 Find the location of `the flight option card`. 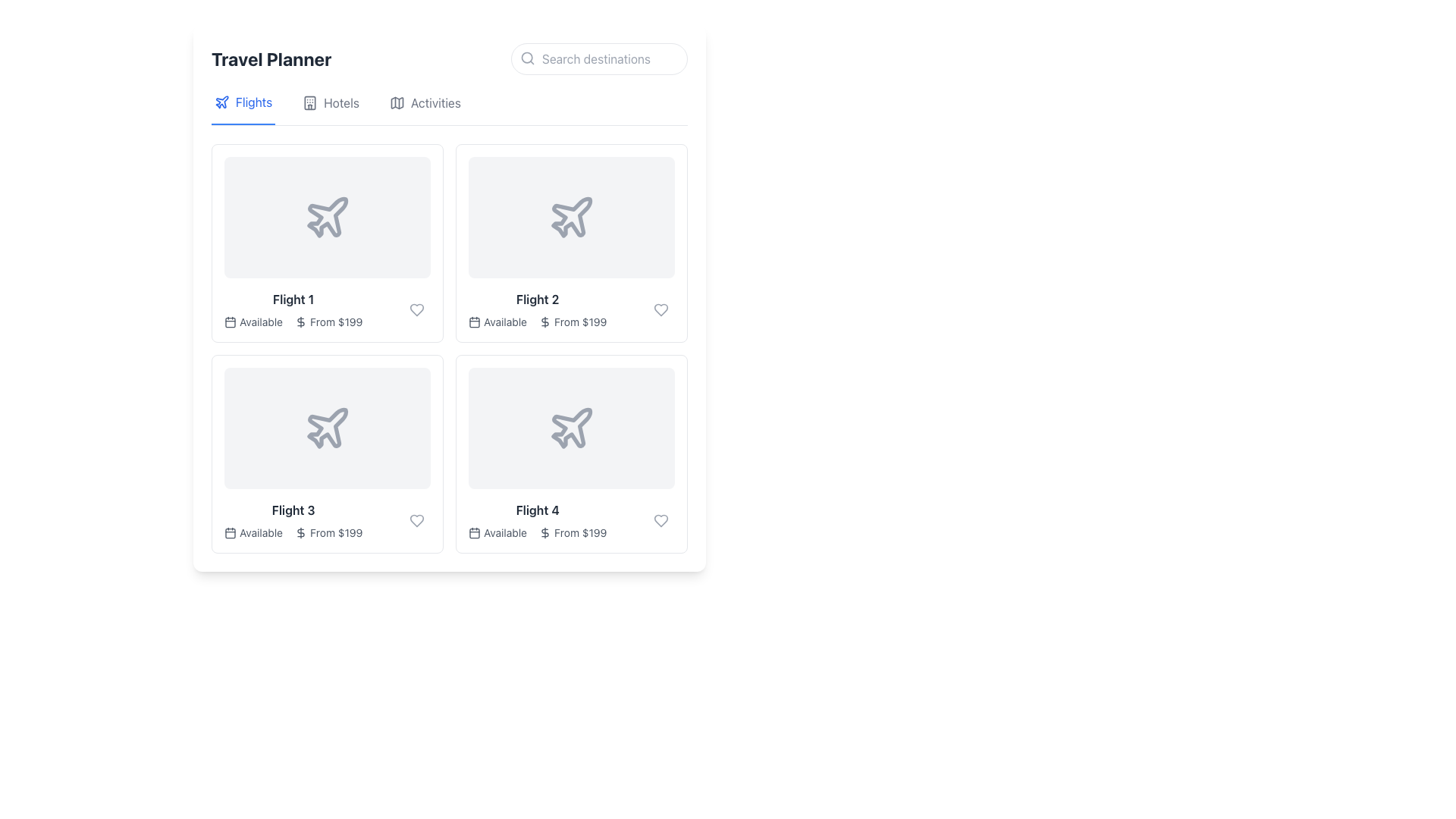

the flight option card is located at coordinates (327, 453).